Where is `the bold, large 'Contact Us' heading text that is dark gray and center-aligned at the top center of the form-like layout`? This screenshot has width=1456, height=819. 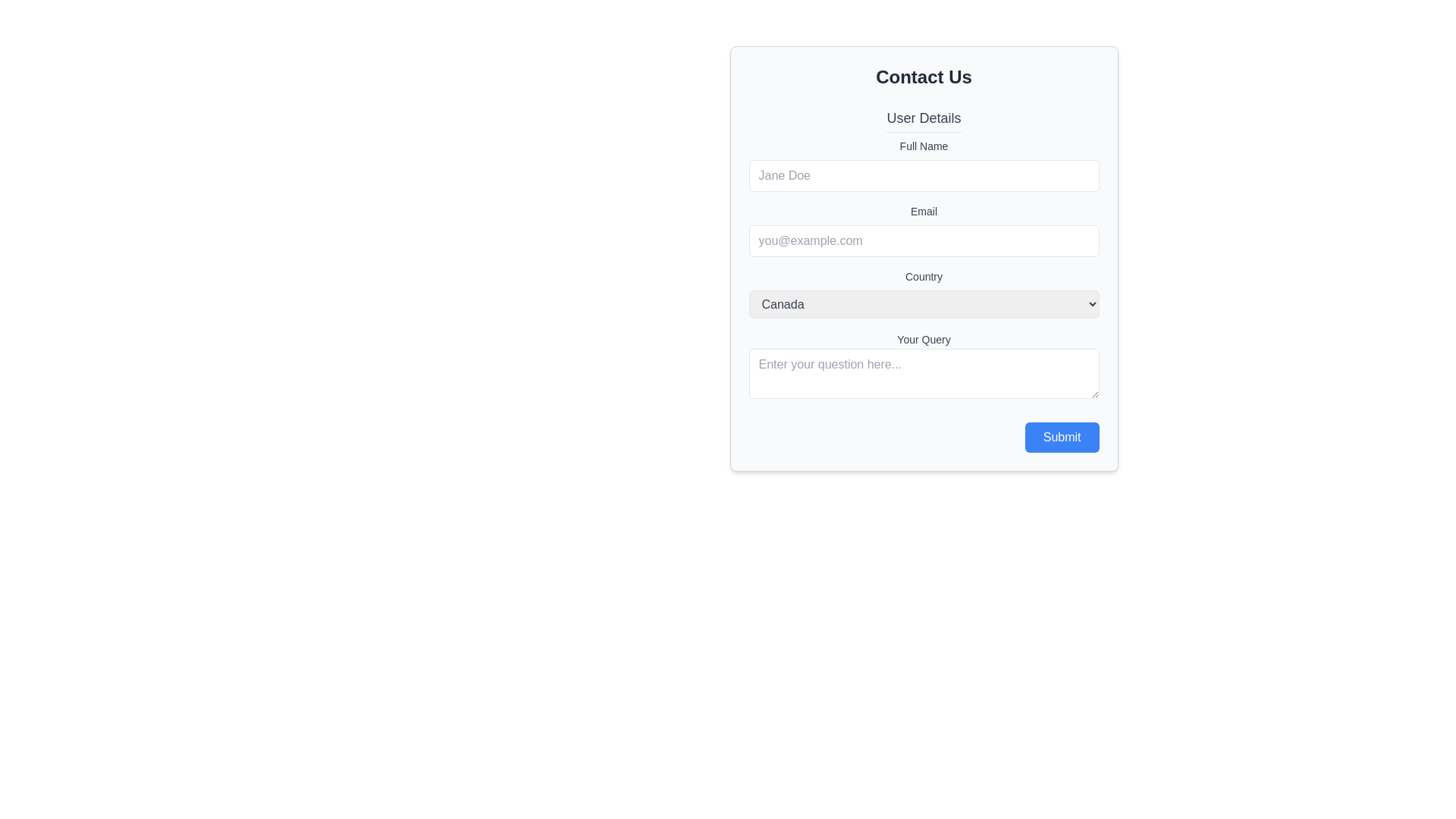 the bold, large 'Contact Us' heading text that is dark gray and center-aligned at the top center of the form-like layout is located at coordinates (923, 77).